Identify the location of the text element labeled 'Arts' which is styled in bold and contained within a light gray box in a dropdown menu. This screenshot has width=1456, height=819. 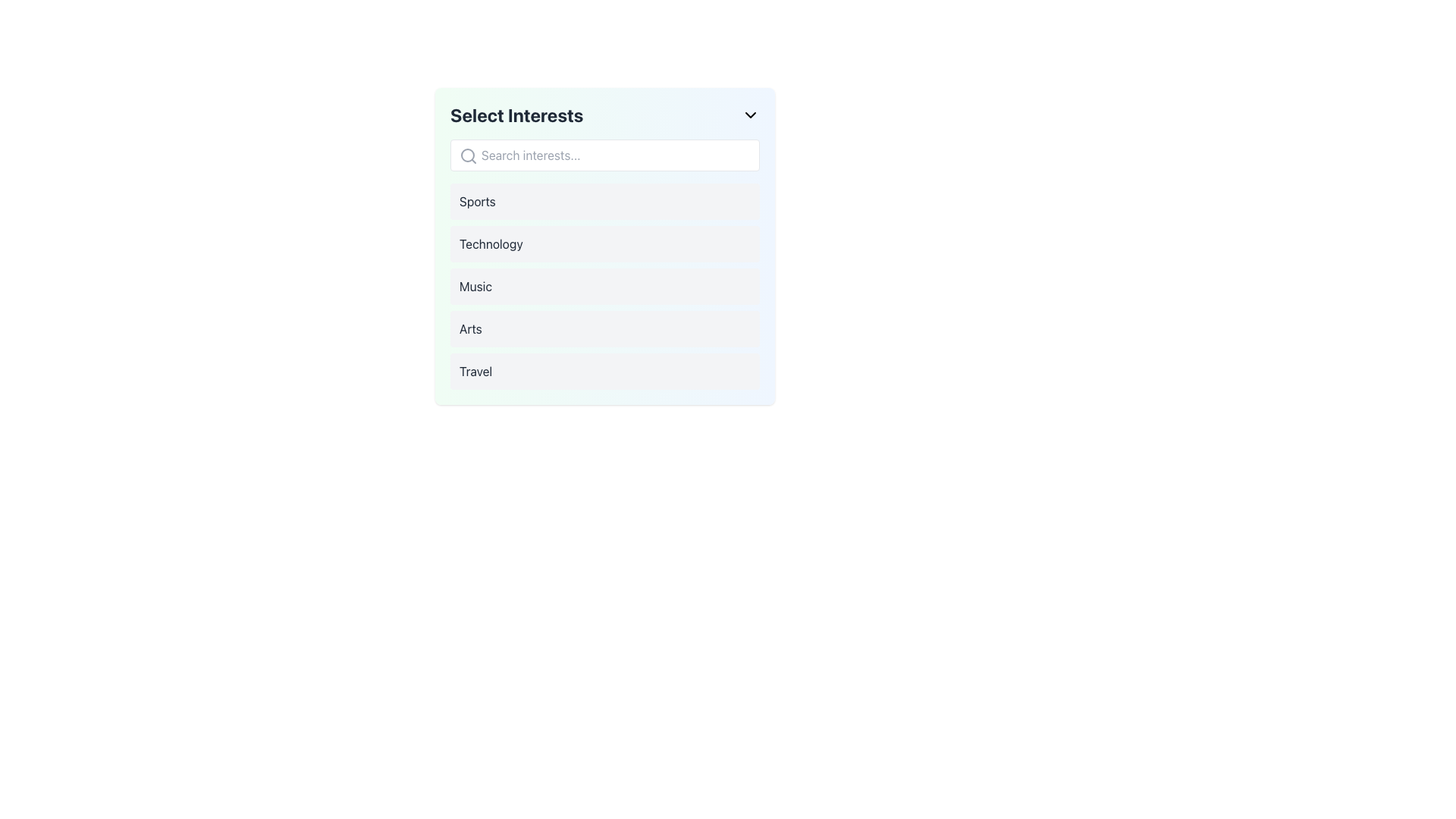
(469, 328).